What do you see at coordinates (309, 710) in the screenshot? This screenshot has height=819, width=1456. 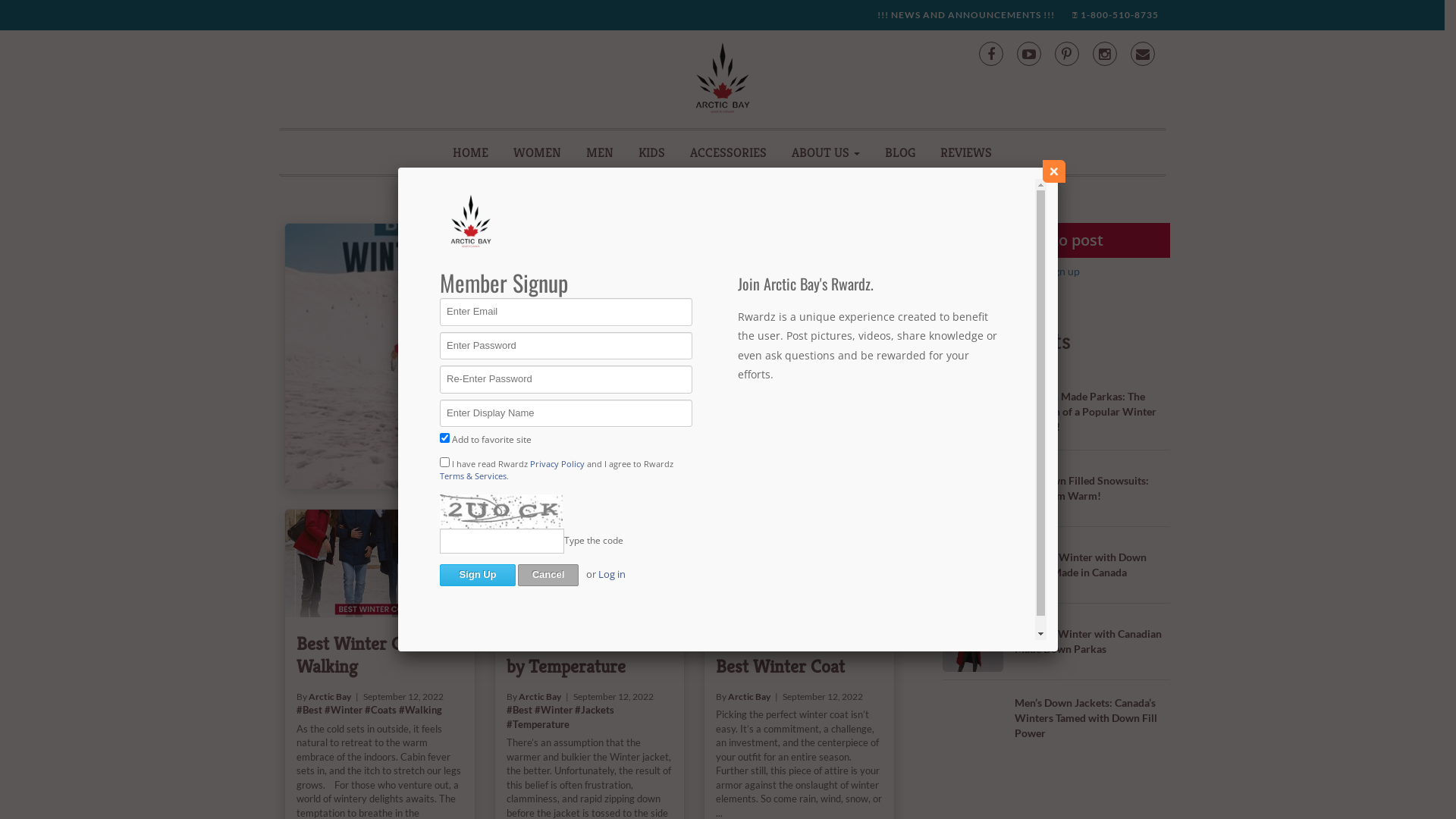 I see `'#Best'` at bounding box center [309, 710].